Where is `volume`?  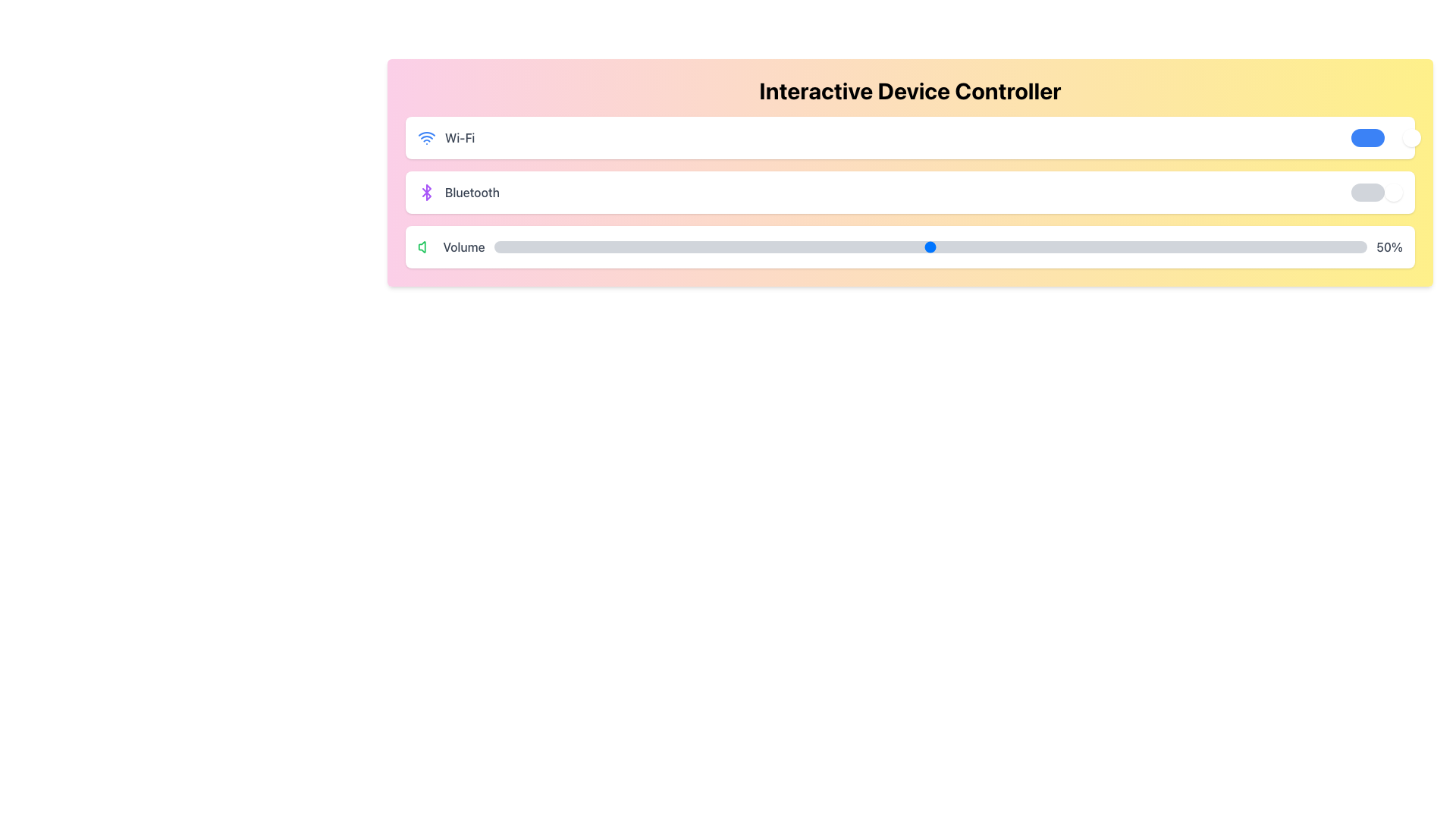 volume is located at coordinates (739, 246).